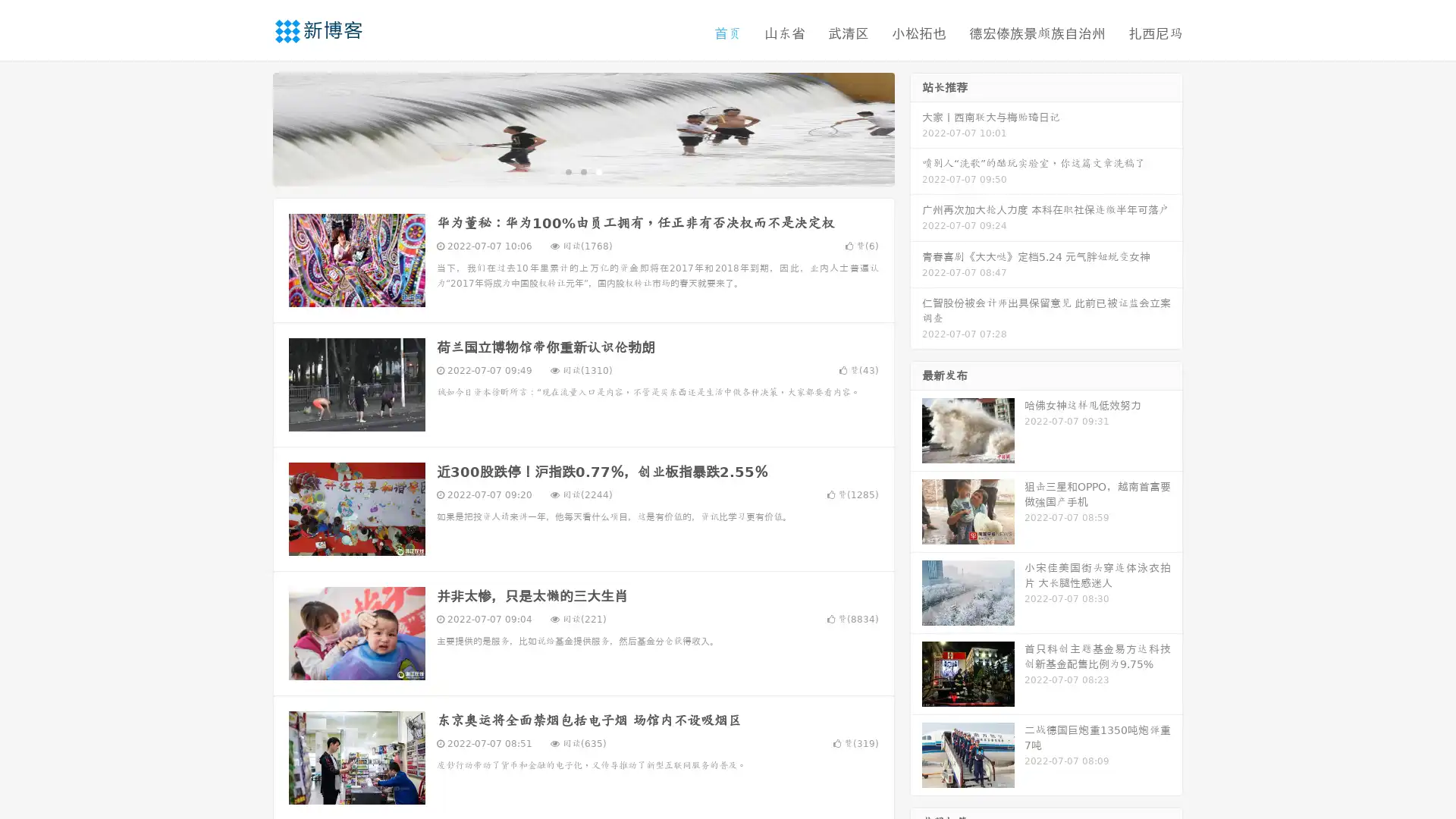  What do you see at coordinates (250, 127) in the screenshot?
I see `Previous slide` at bounding box center [250, 127].